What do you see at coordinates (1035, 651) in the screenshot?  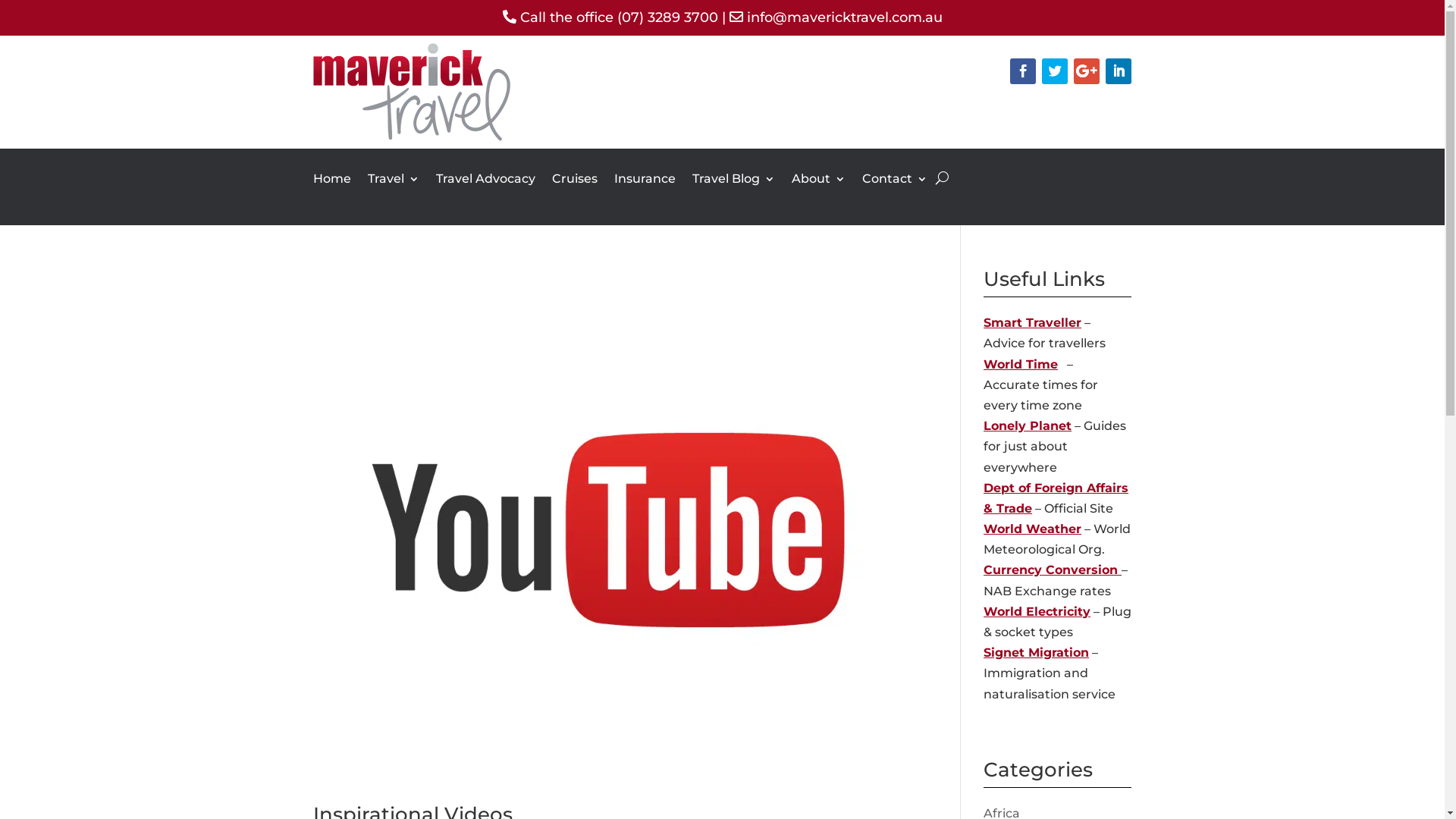 I see `'Signet Migration'` at bounding box center [1035, 651].